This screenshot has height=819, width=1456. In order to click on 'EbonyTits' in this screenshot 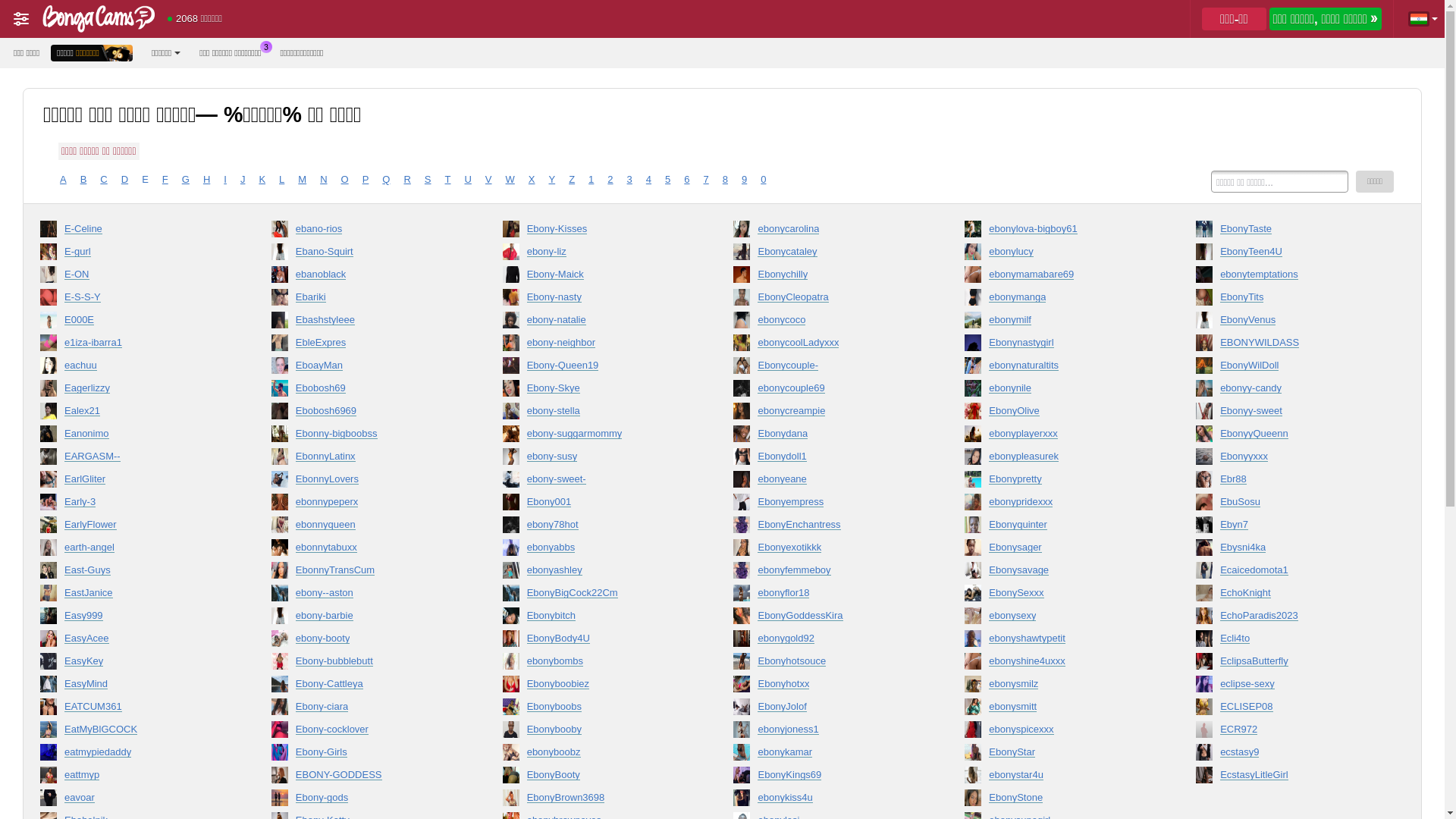, I will do `click(1288, 300)`.